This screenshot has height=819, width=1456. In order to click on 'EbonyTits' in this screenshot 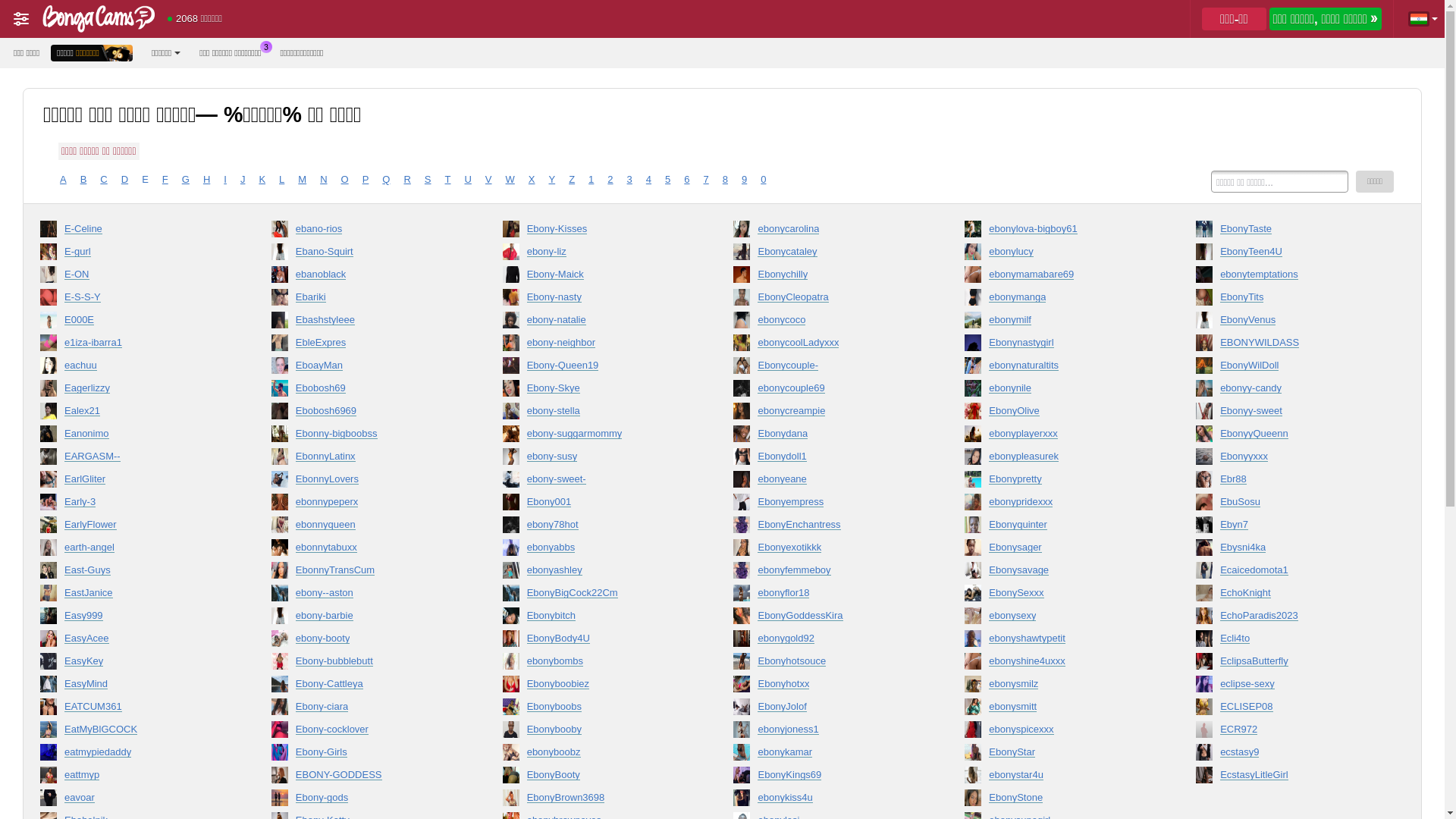, I will do `click(1288, 300)`.